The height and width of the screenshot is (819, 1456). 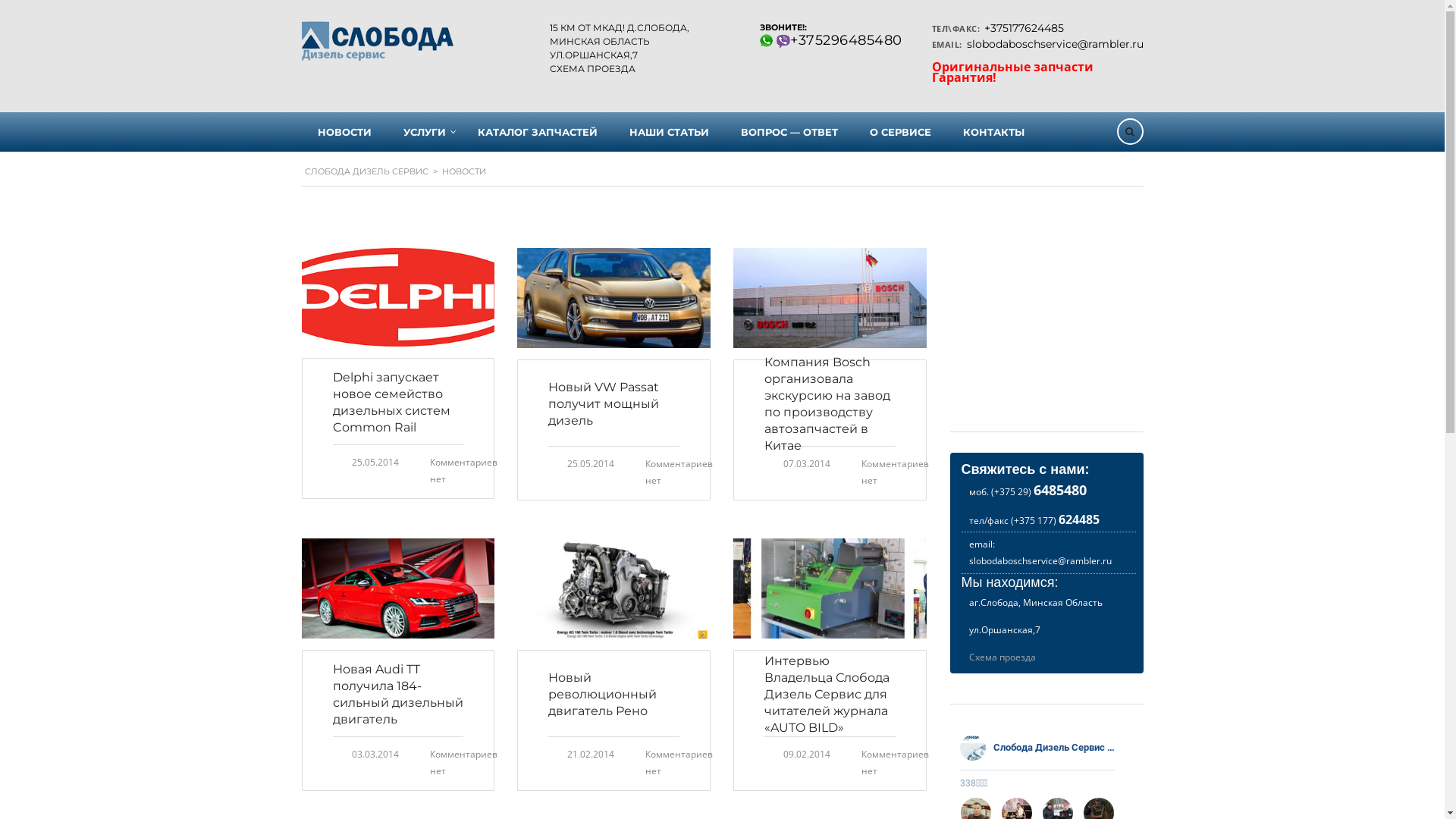 What do you see at coordinates (1053, 519) in the screenshot?
I see `'(+375 177) 624485'` at bounding box center [1053, 519].